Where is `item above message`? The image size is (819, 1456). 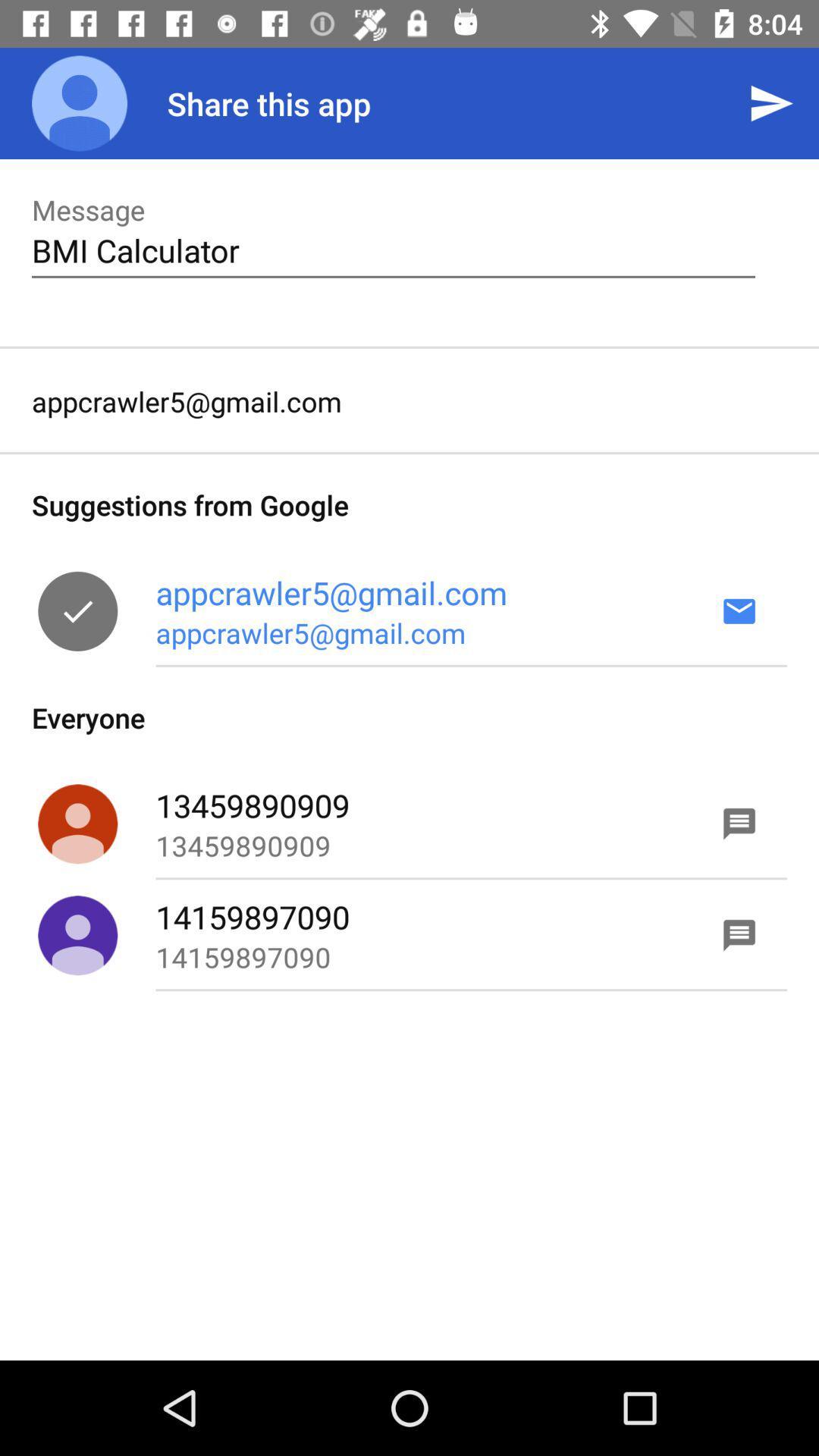 item above message is located at coordinates (79, 102).